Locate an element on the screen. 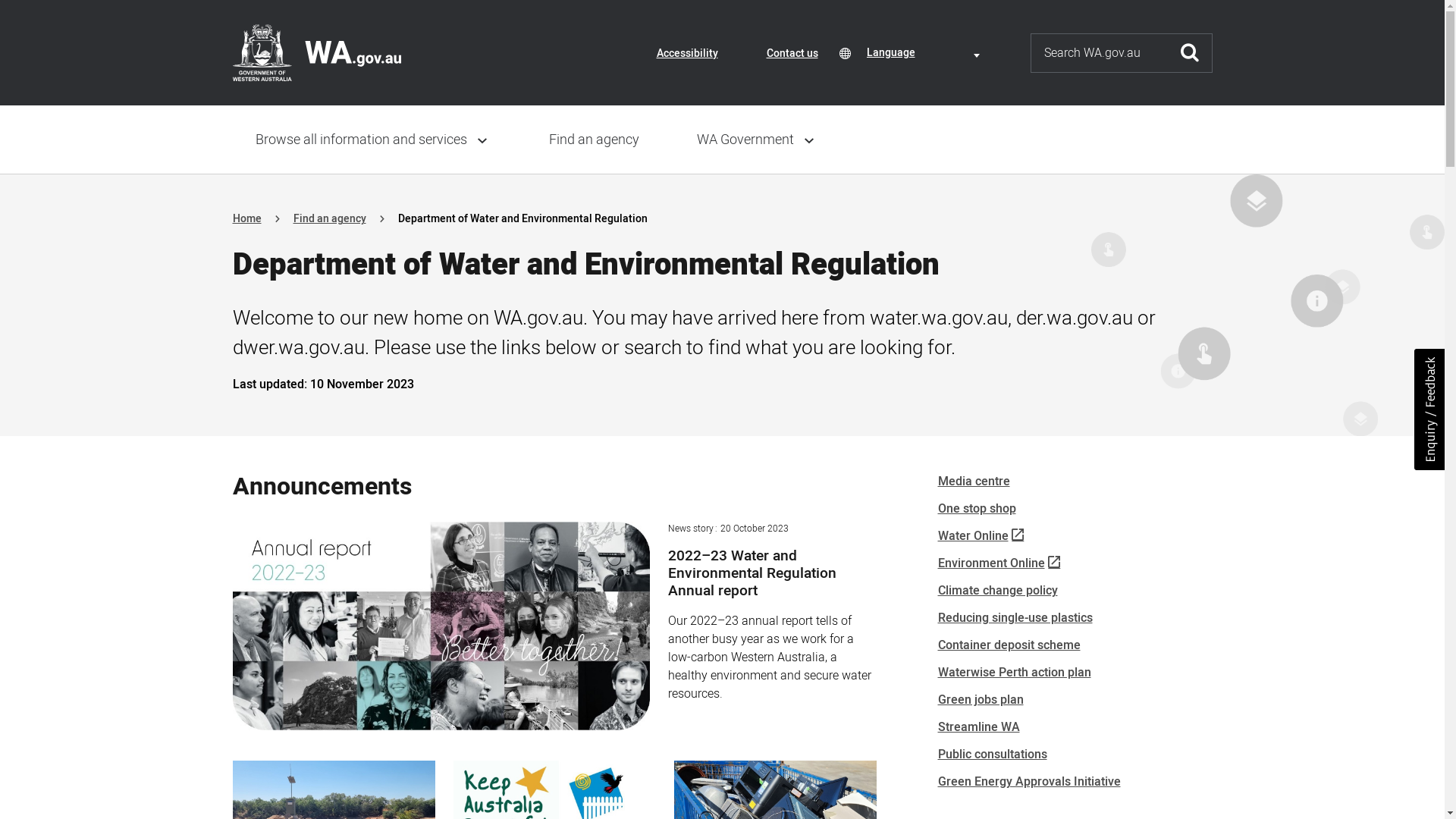  'Public consultations' is located at coordinates (992, 755).